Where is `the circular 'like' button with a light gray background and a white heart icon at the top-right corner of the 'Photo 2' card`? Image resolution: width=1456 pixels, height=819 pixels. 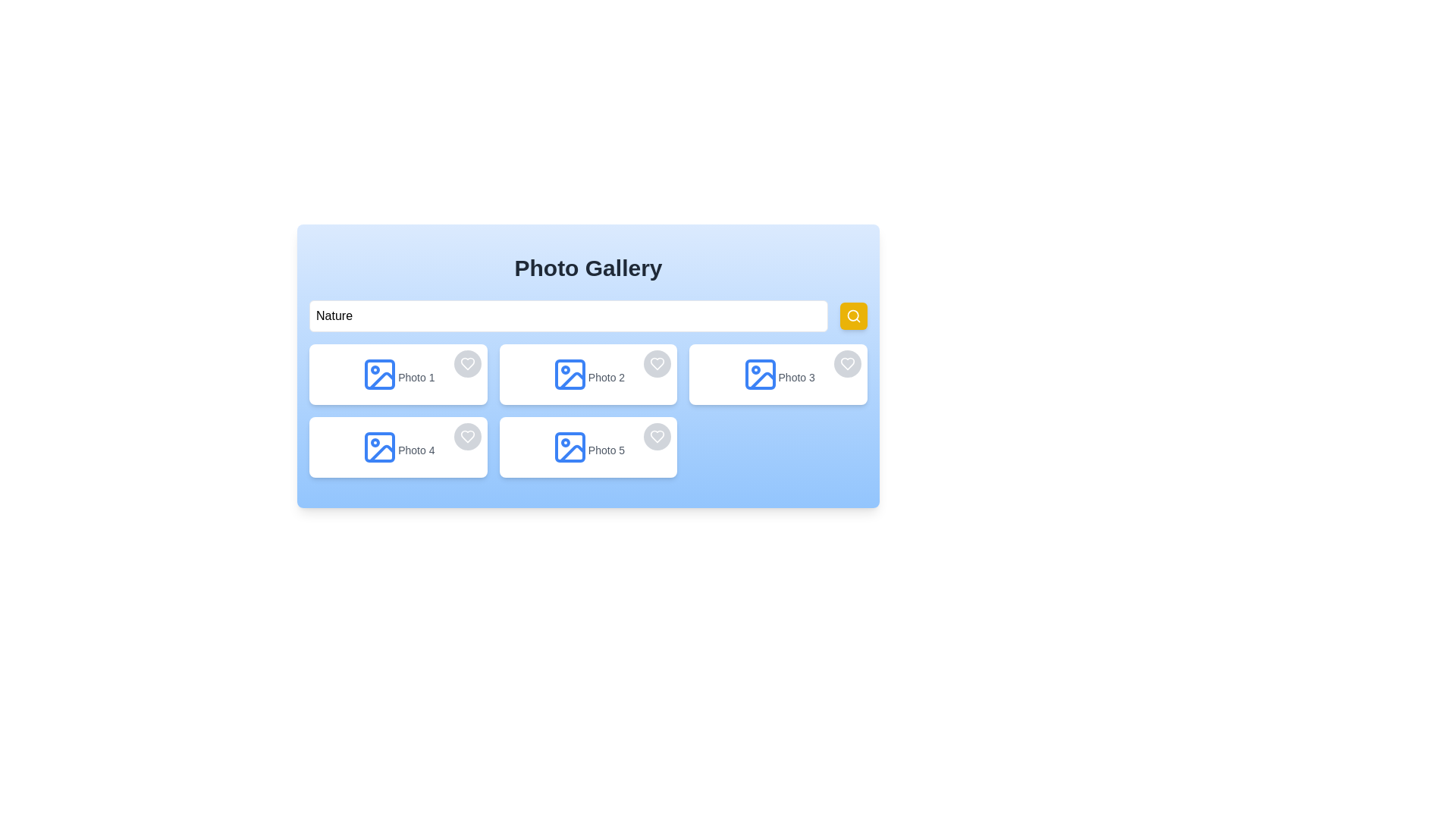 the circular 'like' button with a light gray background and a white heart icon at the top-right corner of the 'Photo 2' card is located at coordinates (657, 363).